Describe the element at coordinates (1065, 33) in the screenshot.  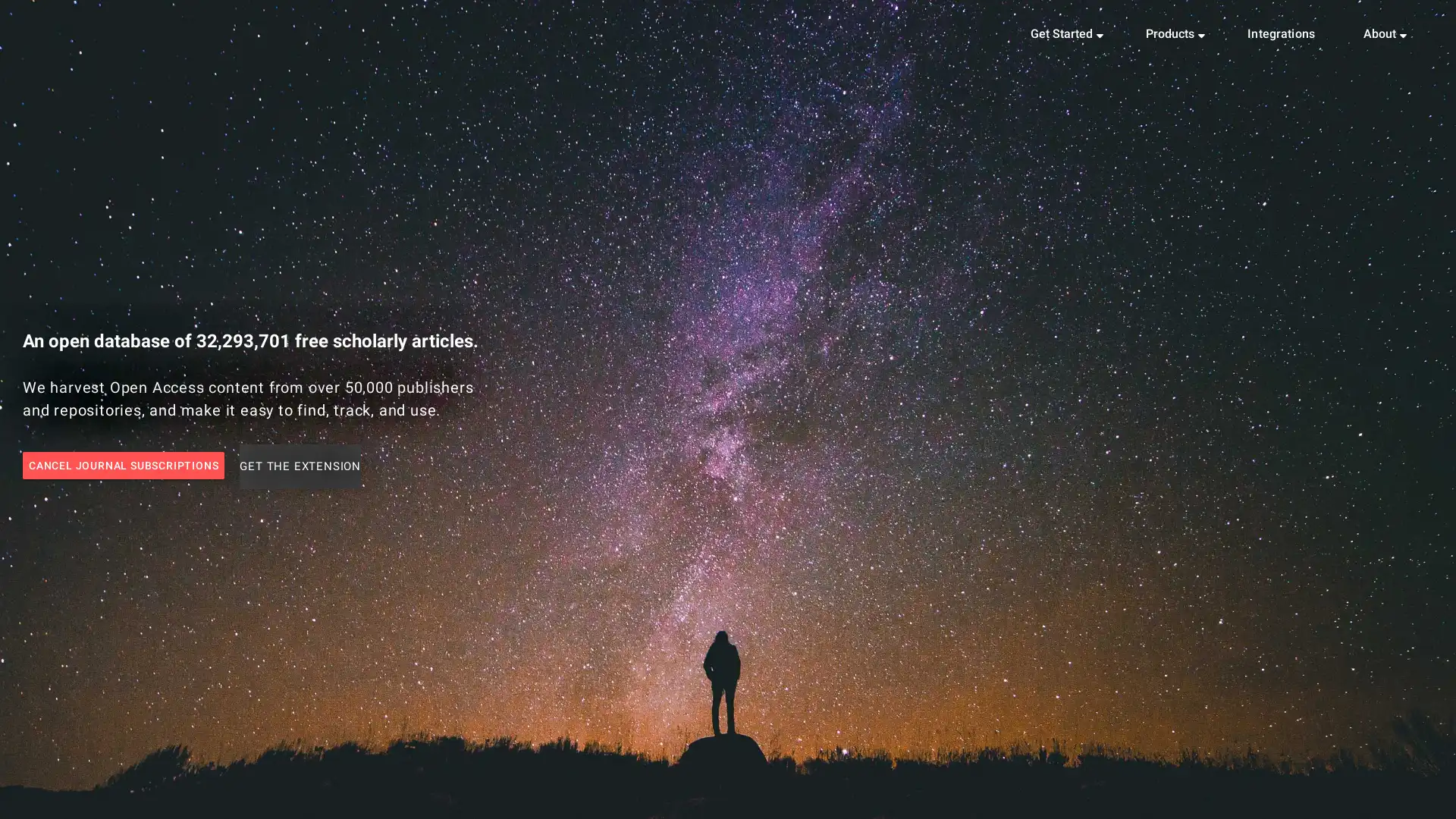
I see `Get Started` at that location.